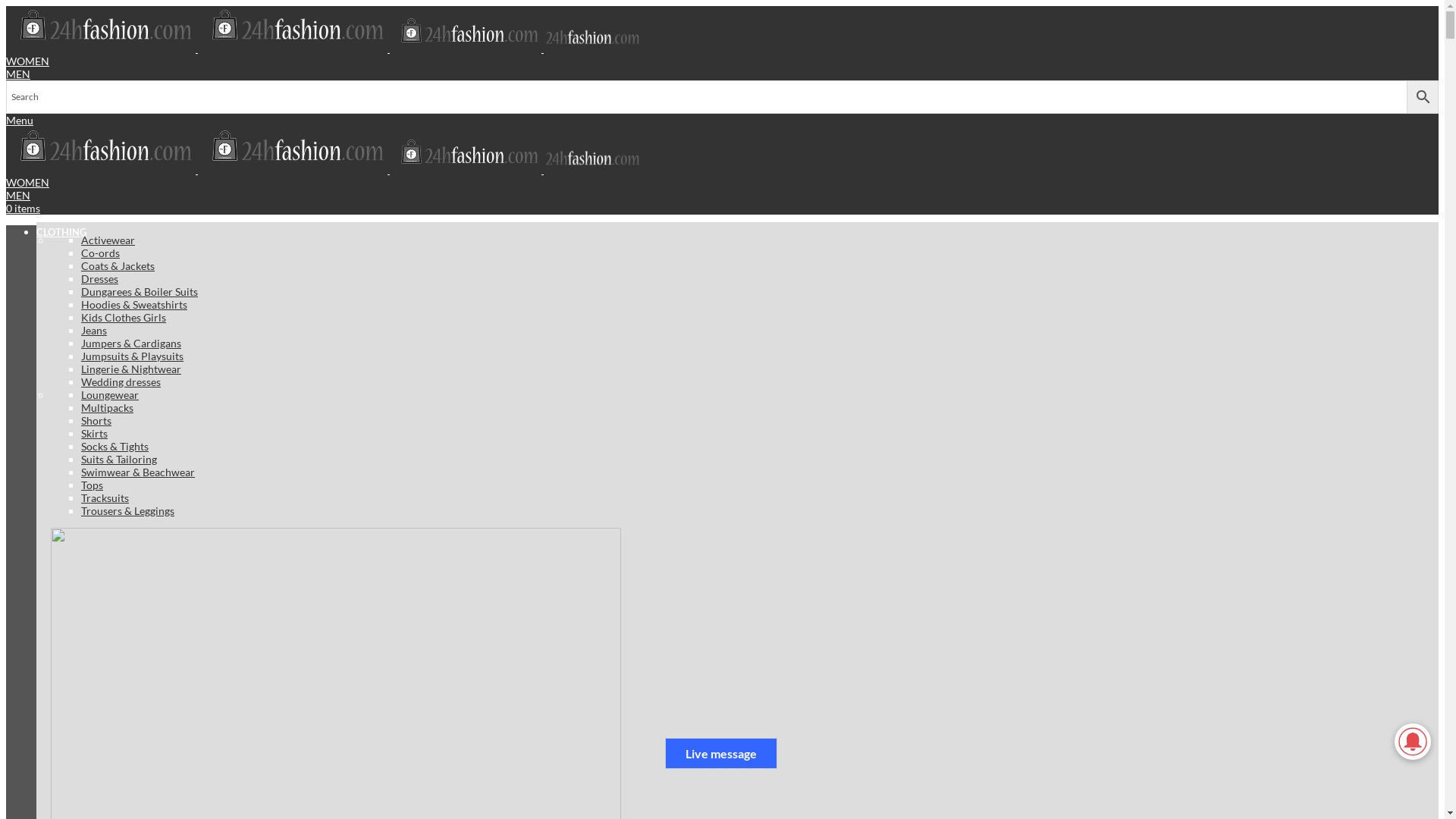 The image size is (1456, 819). I want to click on 'Lingerie & Nightwear', so click(130, 369).